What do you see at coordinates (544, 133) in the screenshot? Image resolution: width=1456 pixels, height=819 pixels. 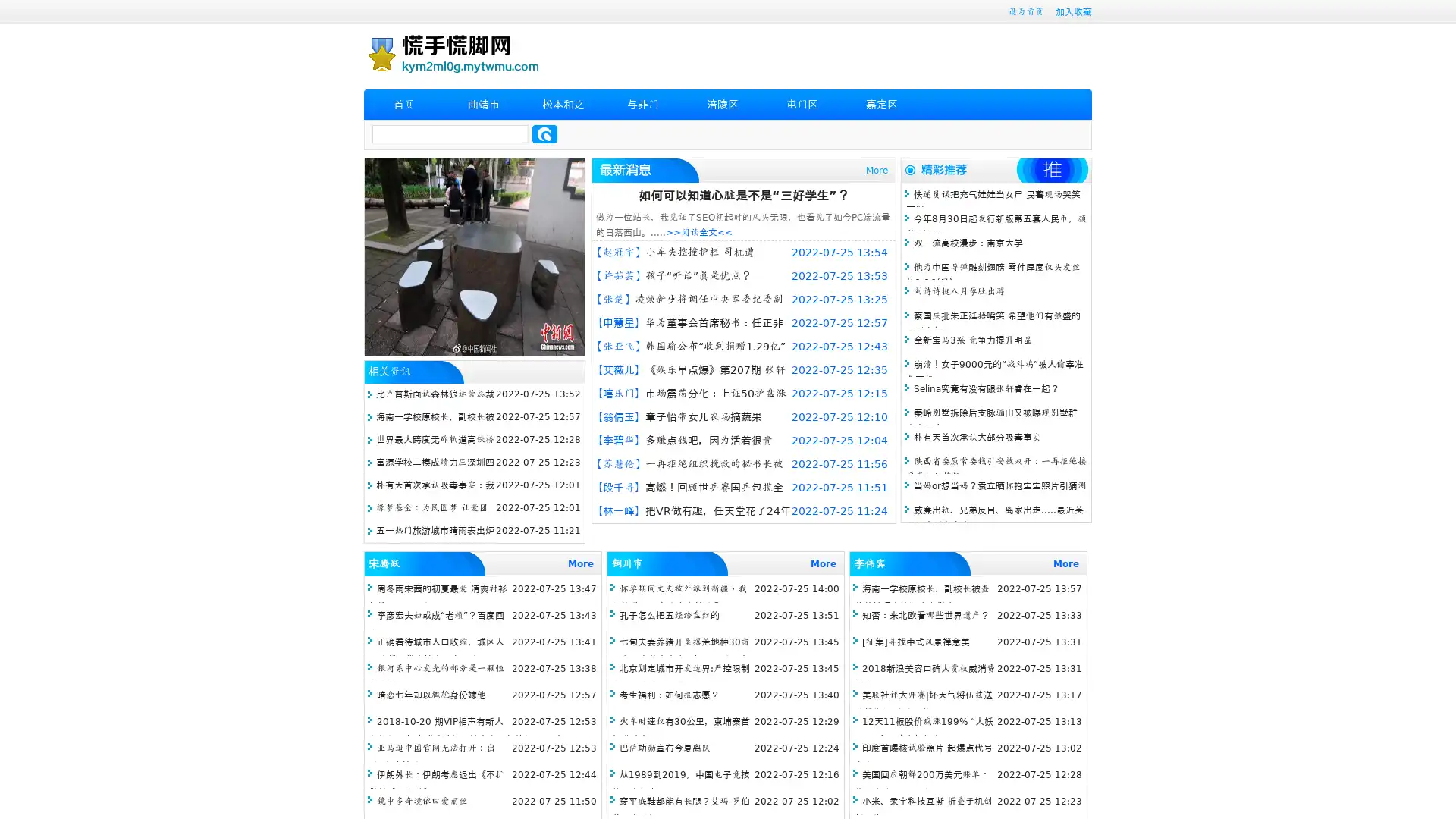 I see `Search` at bounding box center [544, 133].